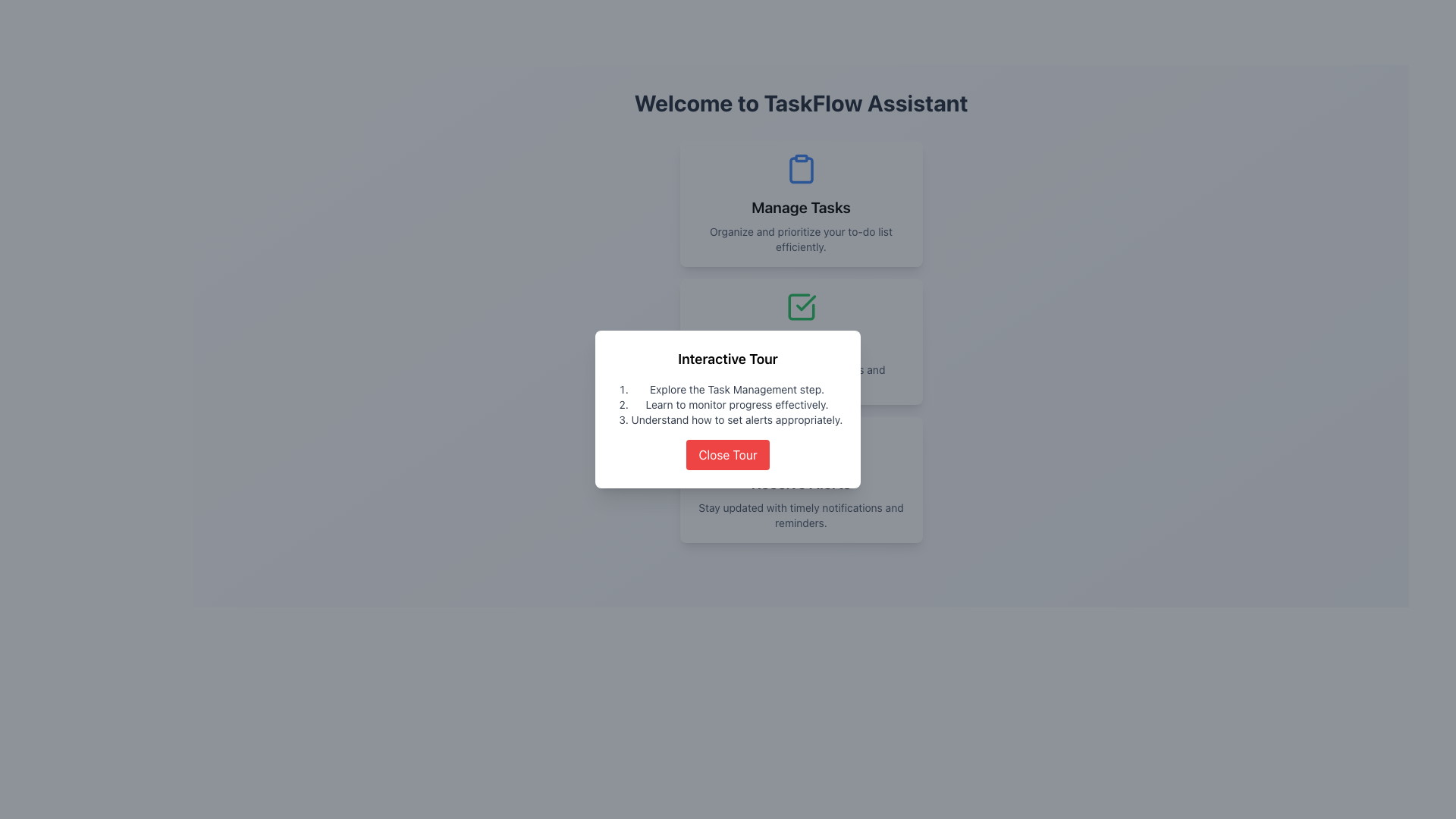  Describe the element at coordinates (736, 420) in the screenshot. I see `the third item in the ordered list with class name 'list-decimal ml-6 mb-4 text-sm text-gray-700' within the 'Interactive Tour' modal window` at that location.